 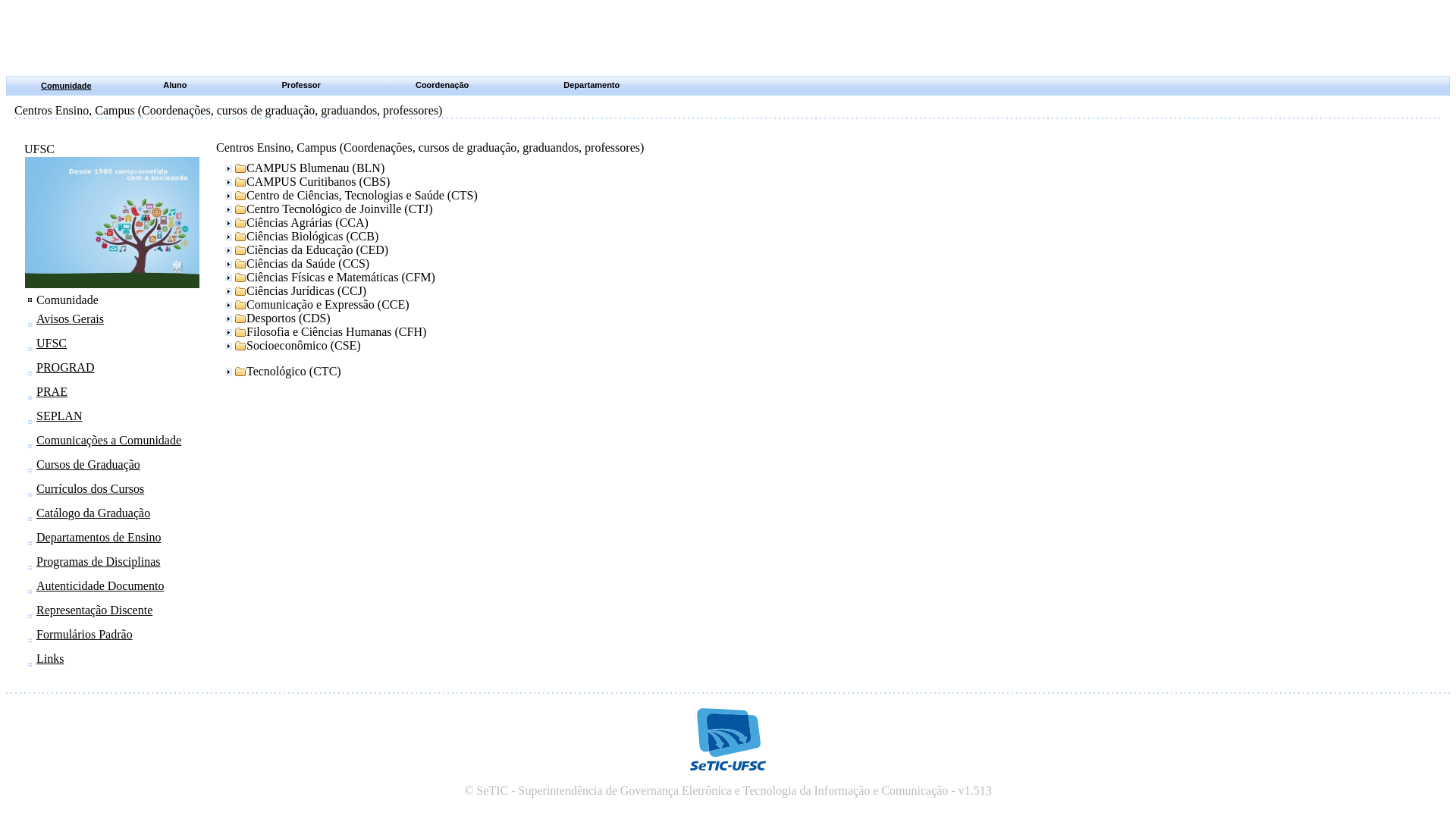 I want to click on 'Aluno', so click(x=177, y=85).